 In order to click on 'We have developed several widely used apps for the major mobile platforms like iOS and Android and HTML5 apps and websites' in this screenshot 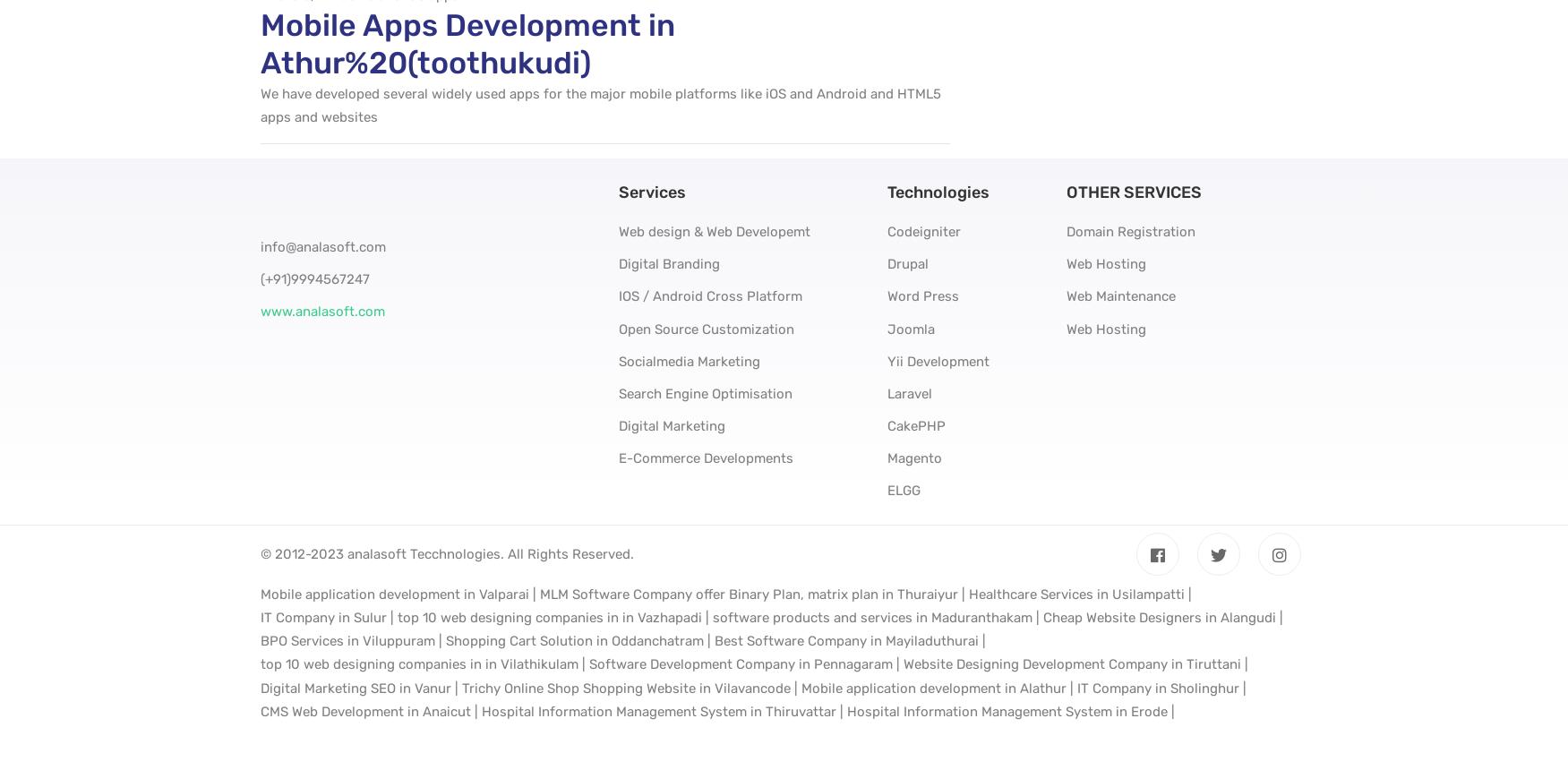, I will do `click(598, 105)`.